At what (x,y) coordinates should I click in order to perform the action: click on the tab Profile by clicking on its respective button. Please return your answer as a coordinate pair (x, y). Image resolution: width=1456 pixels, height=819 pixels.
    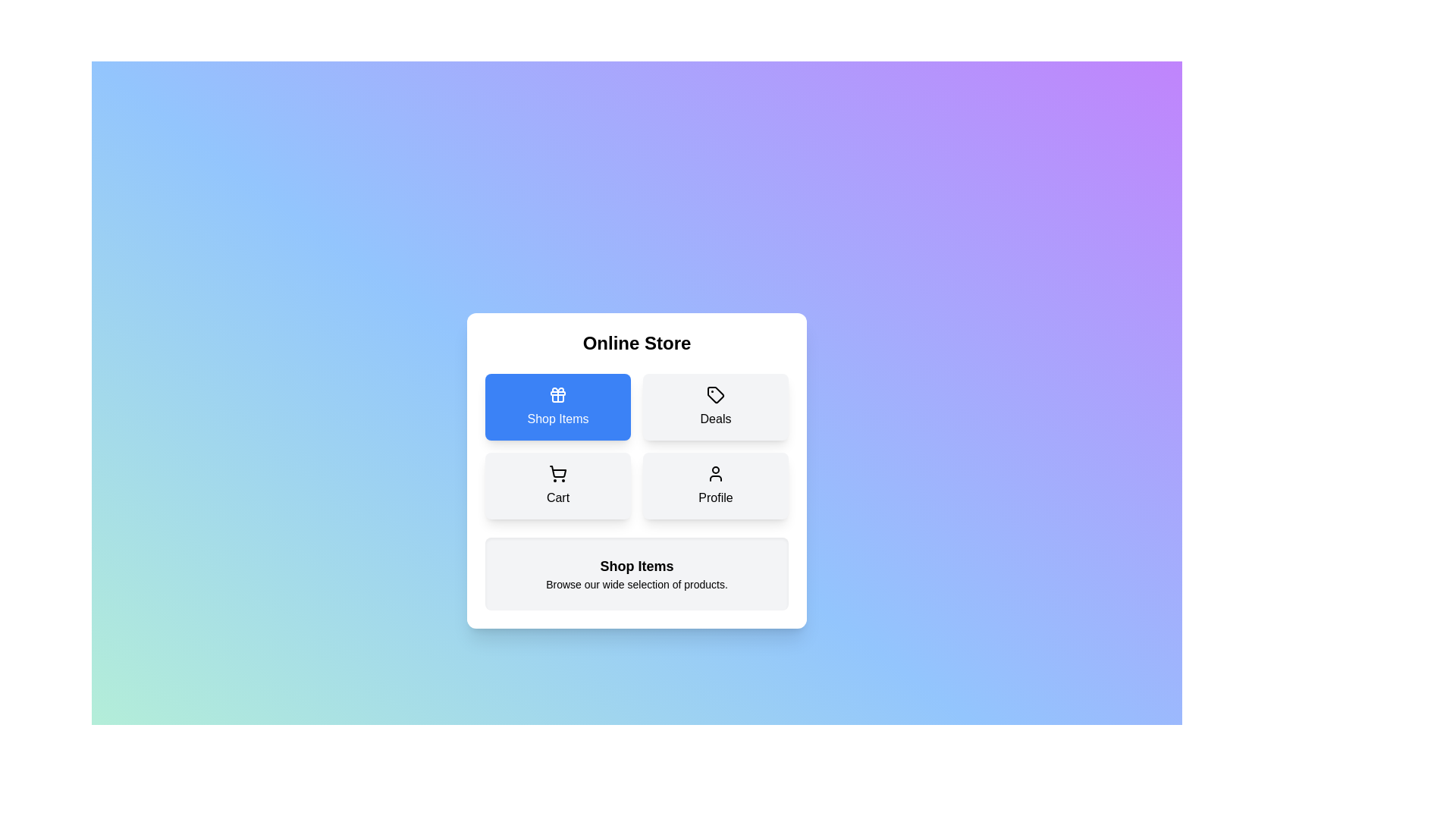
    Looking at the image, I should click on (715, 485).